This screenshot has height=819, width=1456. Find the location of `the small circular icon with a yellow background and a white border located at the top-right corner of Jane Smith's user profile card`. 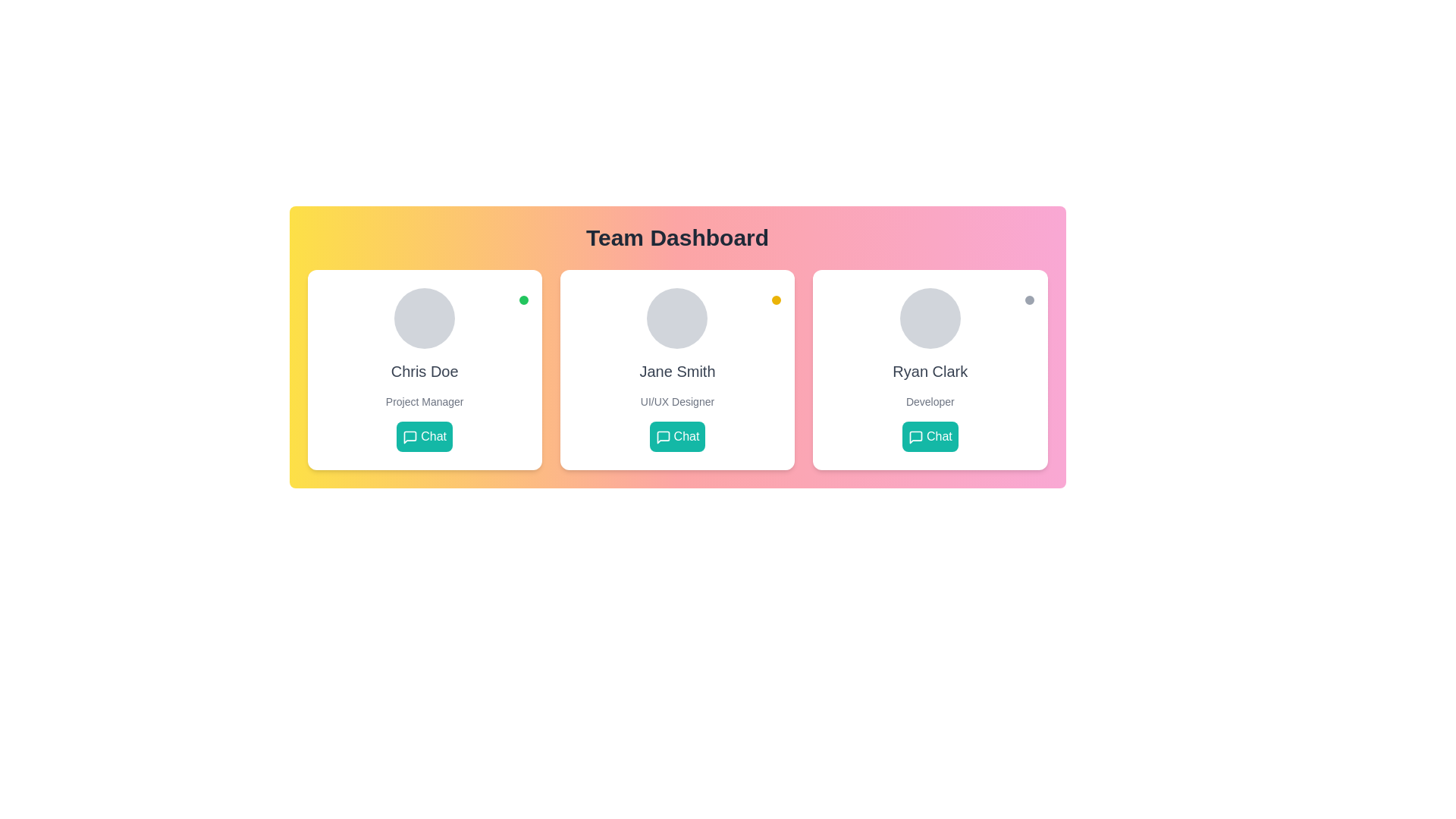

the small circular icon with a yellow background and a white border located at the top-right corner of Jane Smith's user profile card is located at coordinates (777, 300).